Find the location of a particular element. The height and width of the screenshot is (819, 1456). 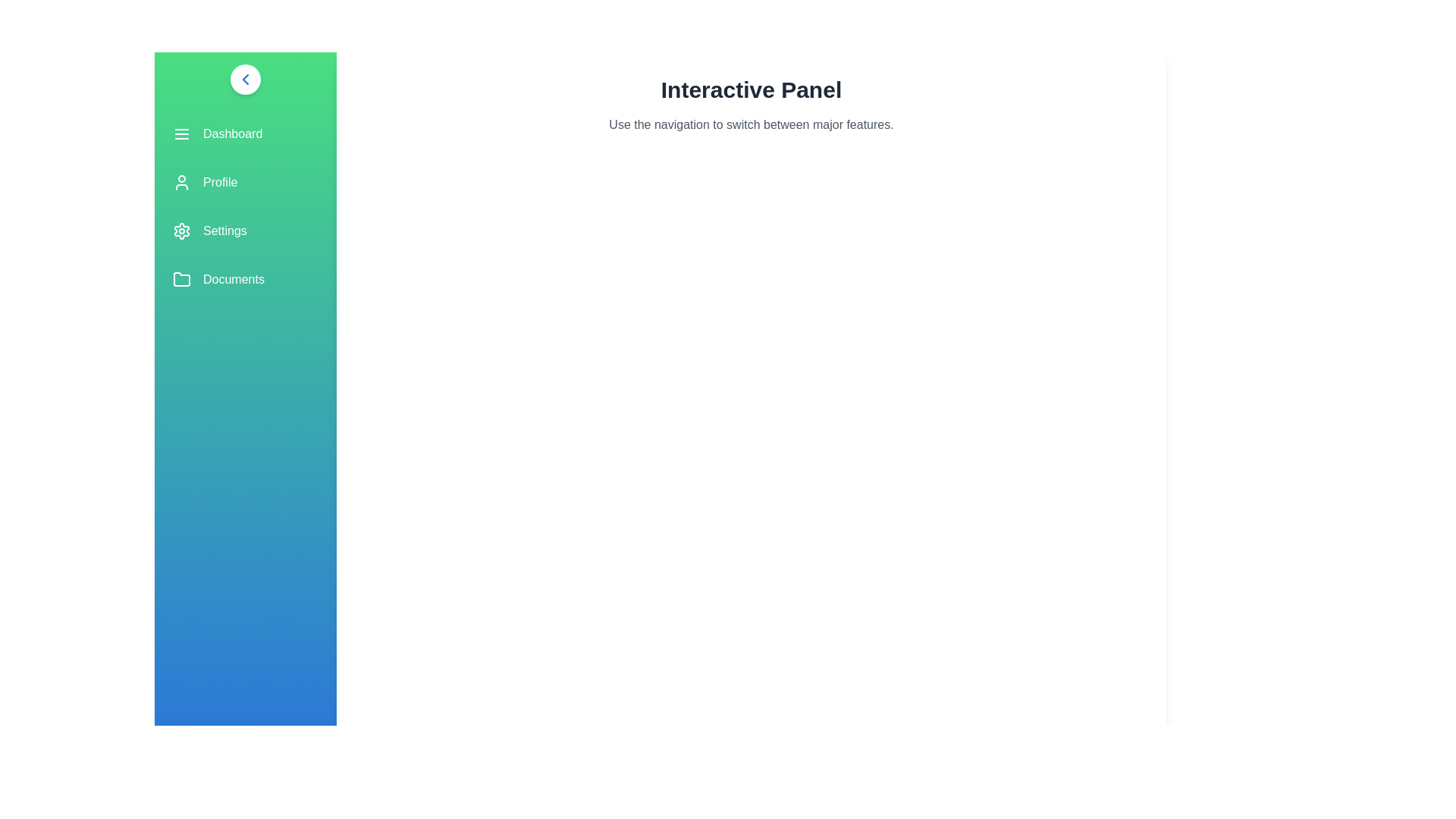

the 'Profile' menu item in the navigation panel is located at coordinates (246, 181).